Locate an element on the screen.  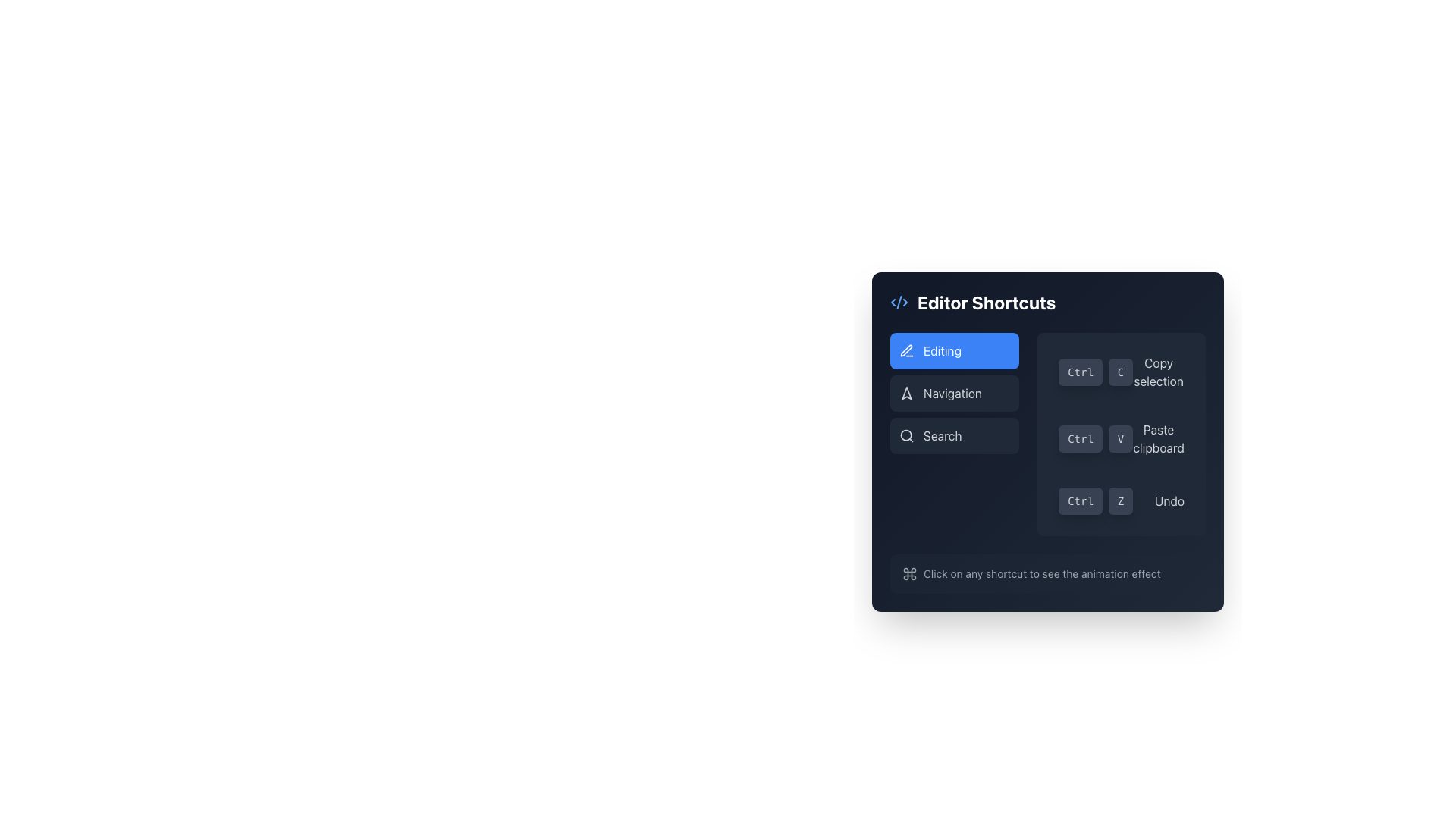
the Symbolic Icon, a minimalist triangular arrow shape indicating navigation, located within the 'Editor Shortcuts' menu adjacent to the 'Navigation' tab is located at coordinates (906, 391).